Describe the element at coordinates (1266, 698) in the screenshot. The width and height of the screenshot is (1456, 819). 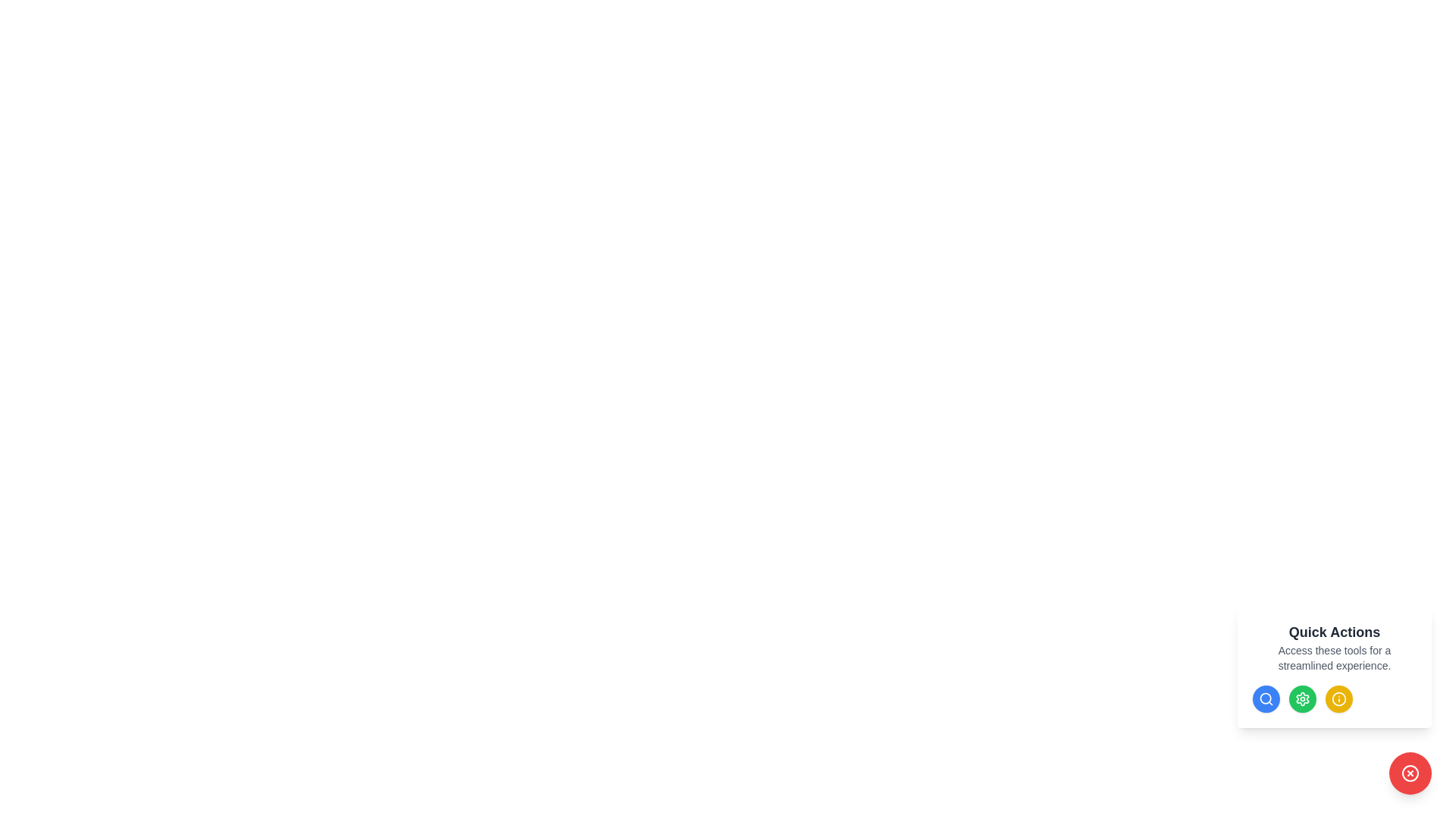
I see `the search icon, which resembles a magnifying glass, to trigger a tooltip or visual effect` at that location.